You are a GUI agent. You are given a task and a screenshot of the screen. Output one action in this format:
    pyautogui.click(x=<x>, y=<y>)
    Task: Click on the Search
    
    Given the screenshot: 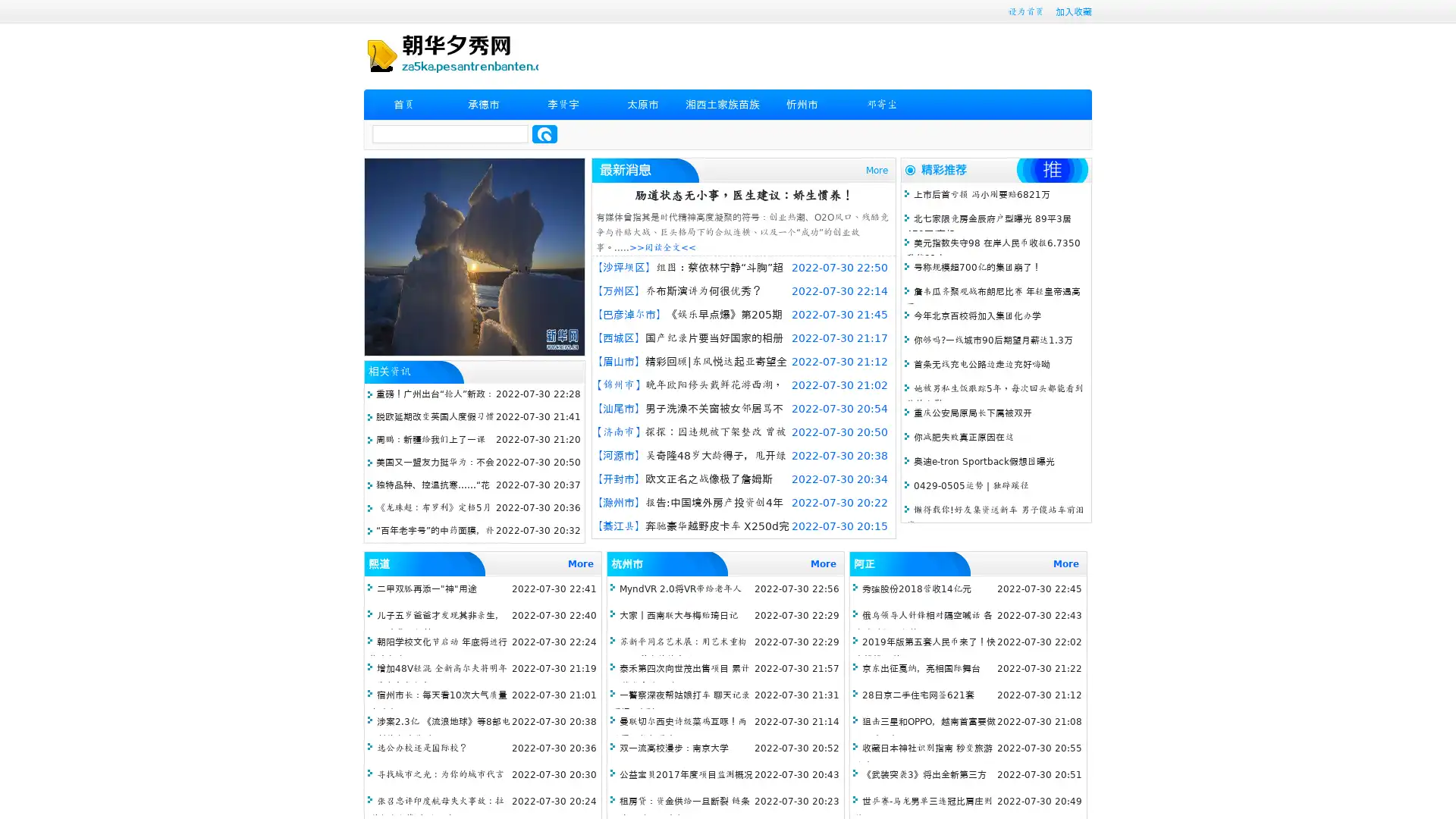 What is the action you would take?
    pyautogui.click(x=544, y=133)
    